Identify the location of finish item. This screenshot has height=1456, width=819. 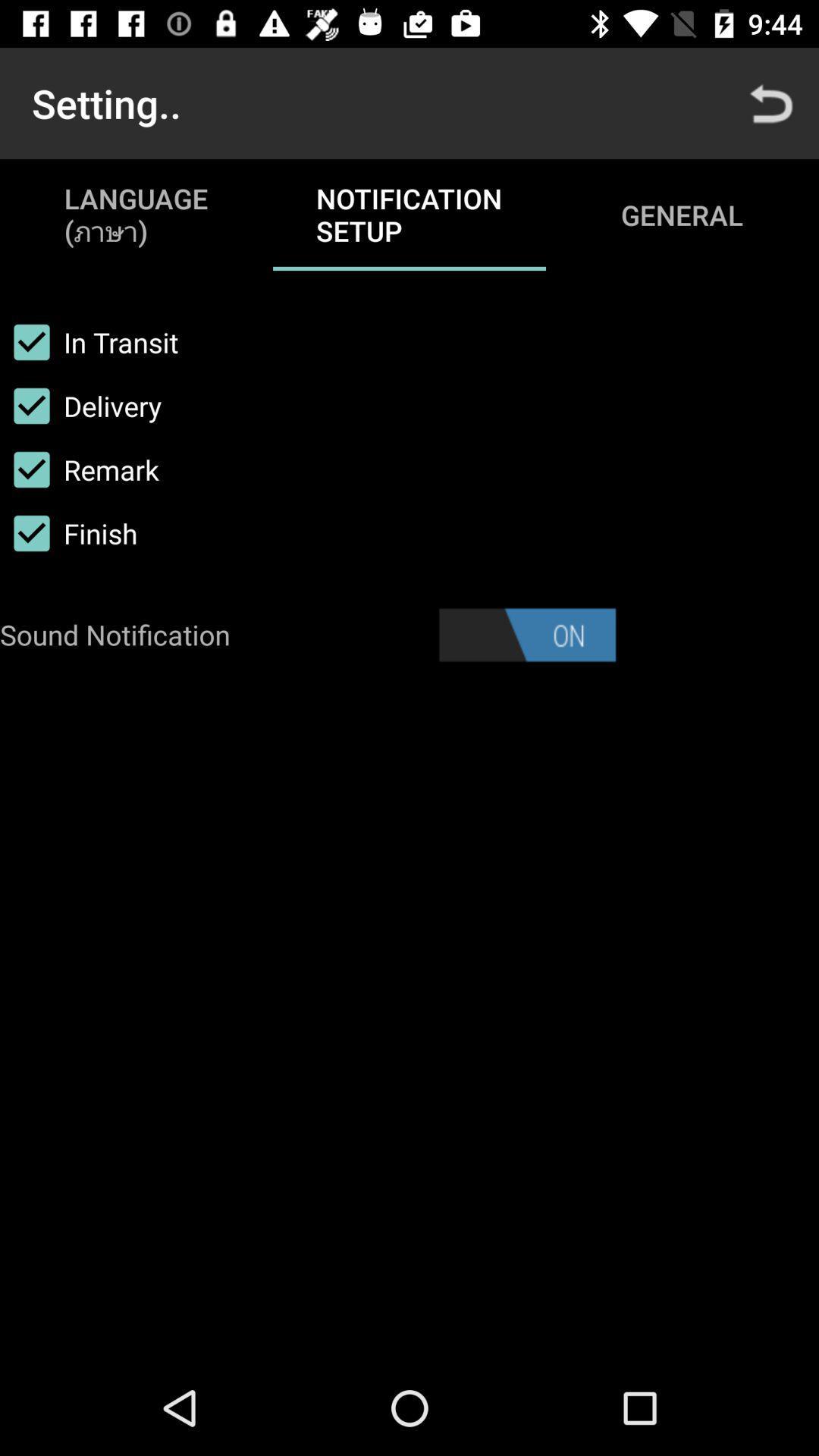
(68, 533).